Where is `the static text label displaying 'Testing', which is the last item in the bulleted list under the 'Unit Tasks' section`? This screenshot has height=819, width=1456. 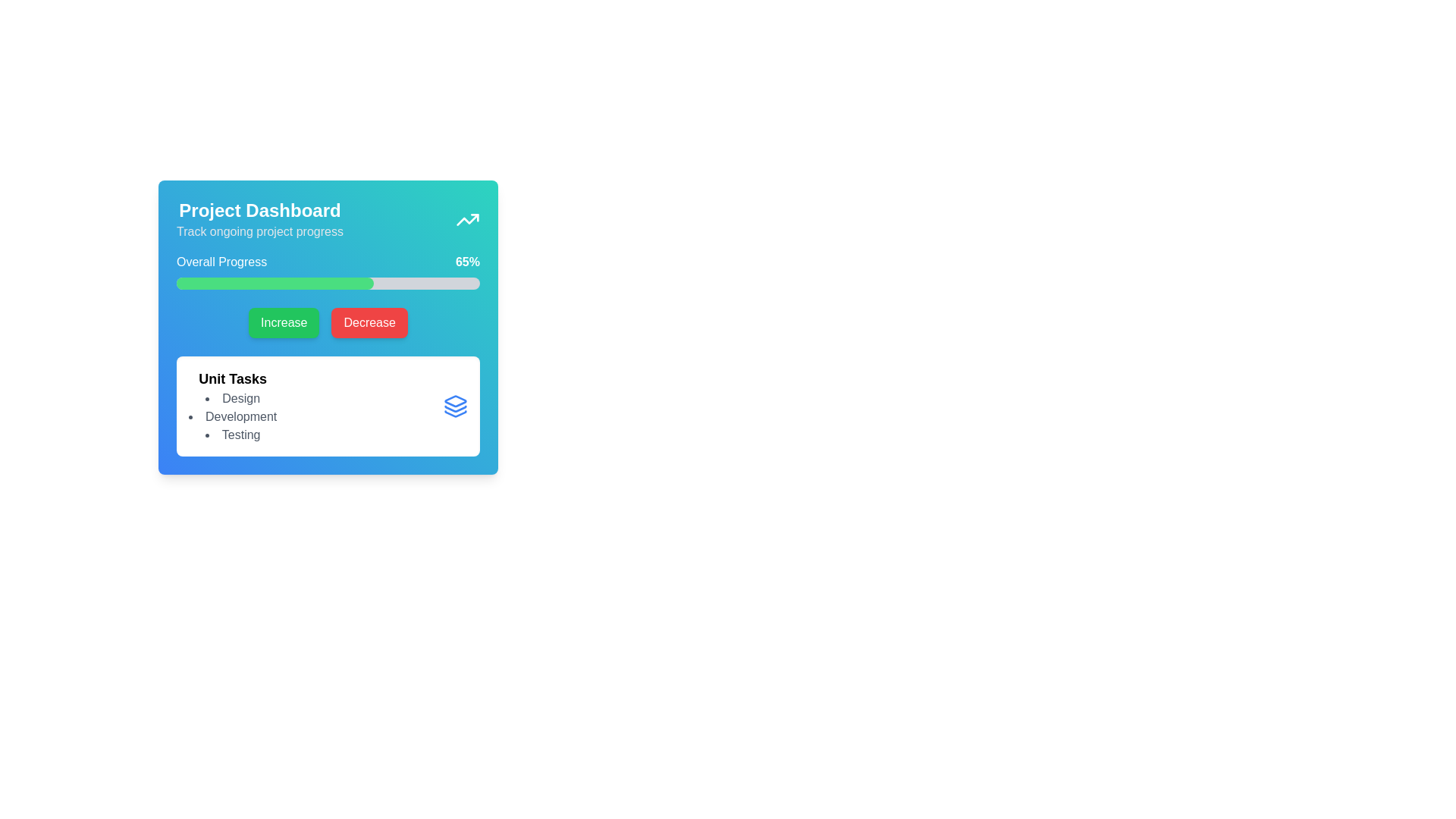
the static text label displaying 'Testing', which is the last item in the bulleted list under the 'Unit Tasks' section is located at coordinates (232, 435).